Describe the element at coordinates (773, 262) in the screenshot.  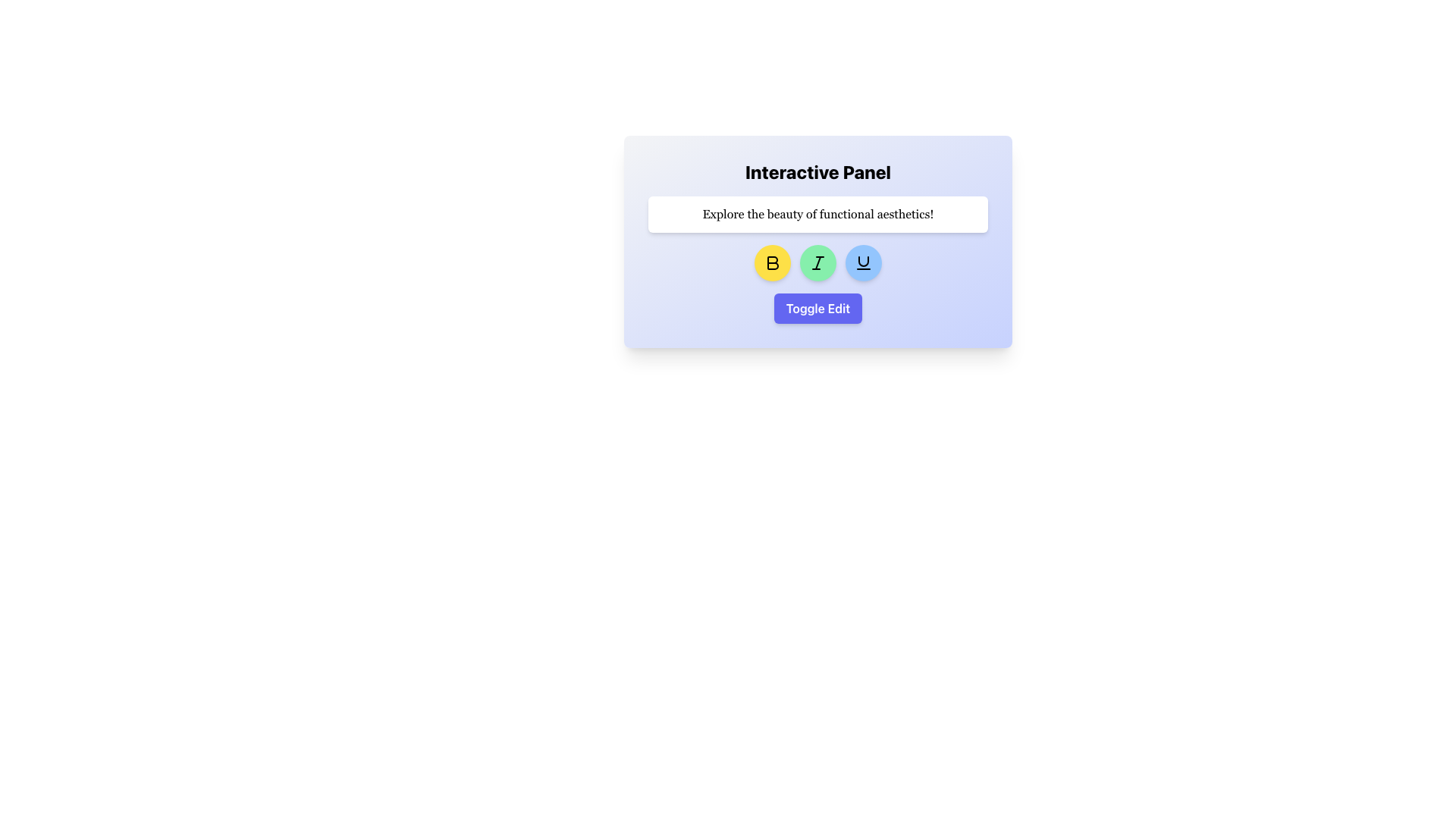
I see `the bold formatting button located below the text input box labeled 'Explore the beauty of functional aesthetics!' to apply bold formatting to the selected text` at that location.